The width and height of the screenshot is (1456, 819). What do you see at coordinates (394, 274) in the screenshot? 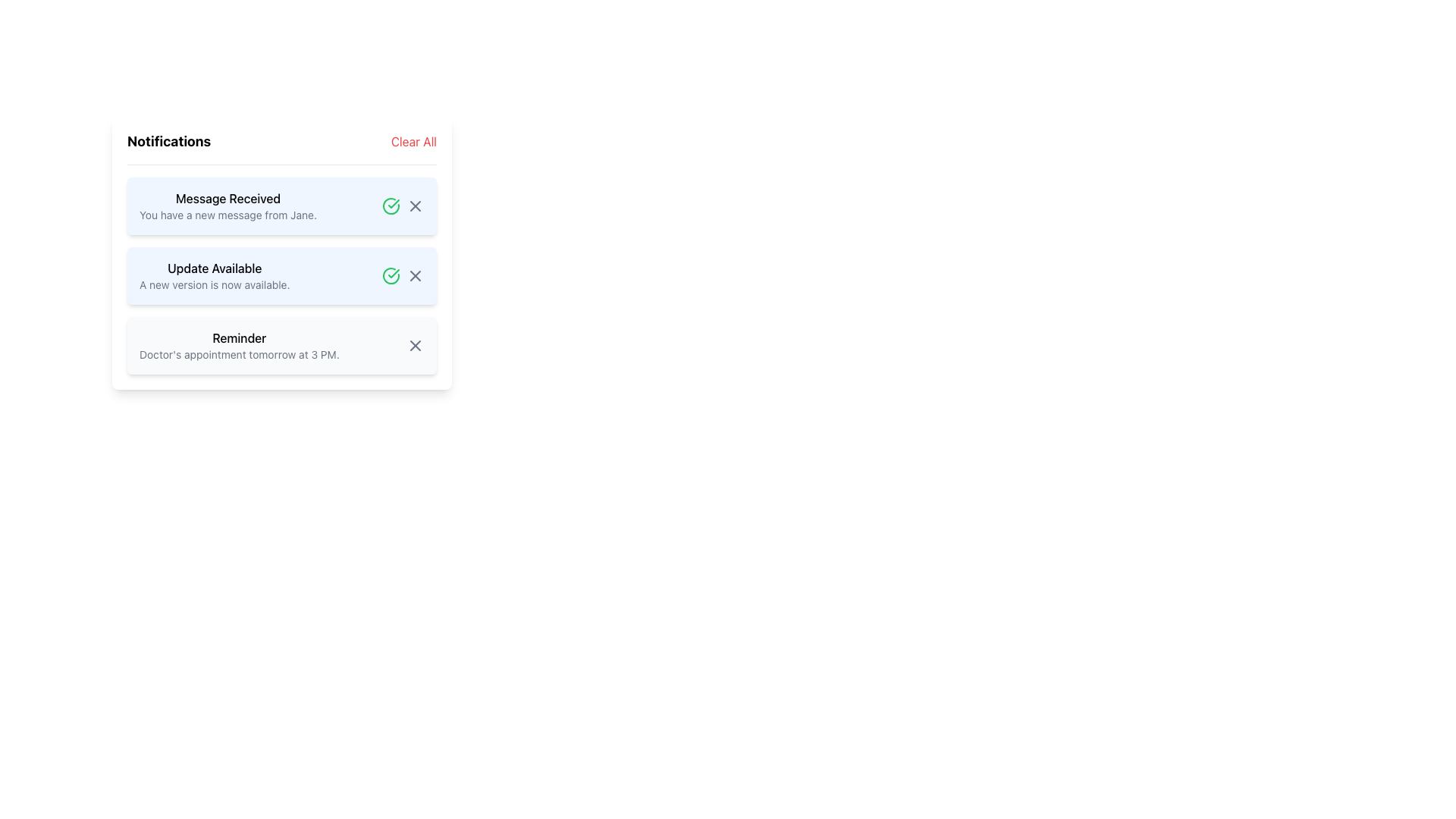
I see `the green checkmark icon within the 'Message Received' notification card, which signifies a completed or acknowledged status` at bounding box center [394, 274].